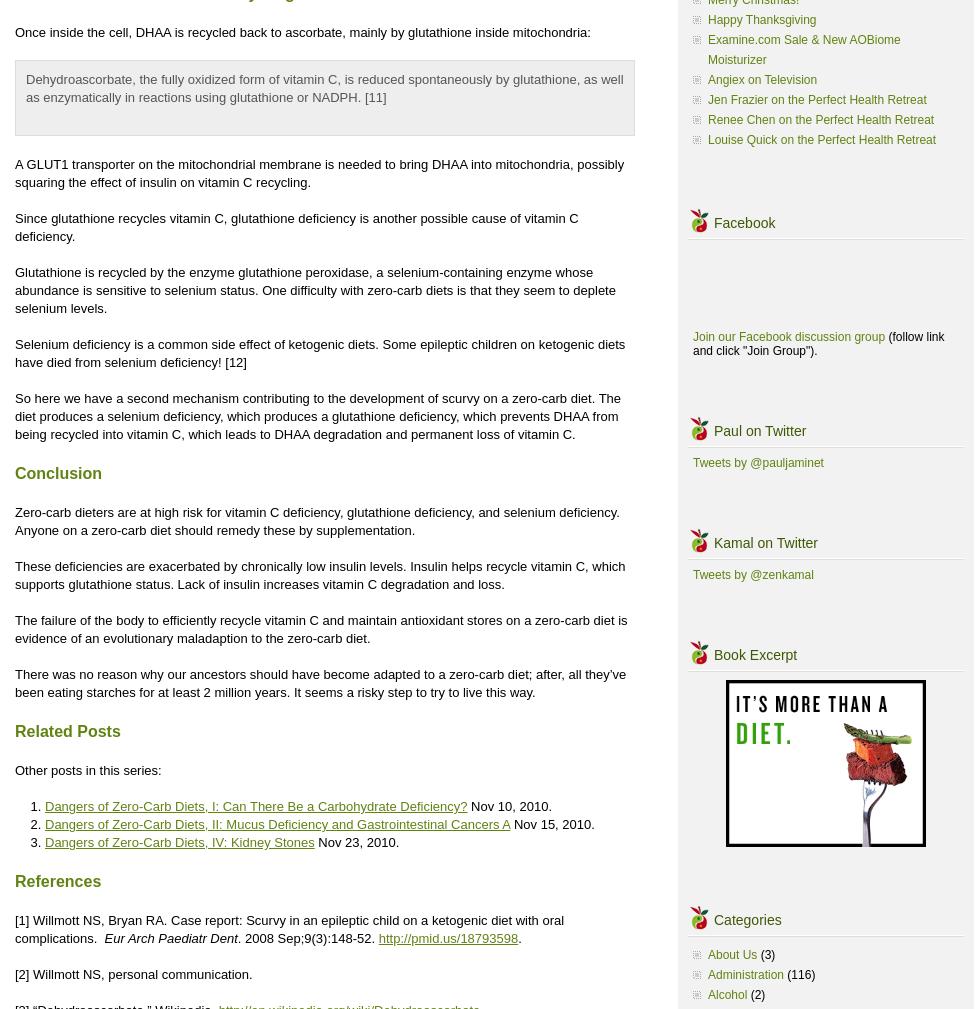 This screenshot has width=980, height=1009. I want to click on 'Categories', so click(747, 918).